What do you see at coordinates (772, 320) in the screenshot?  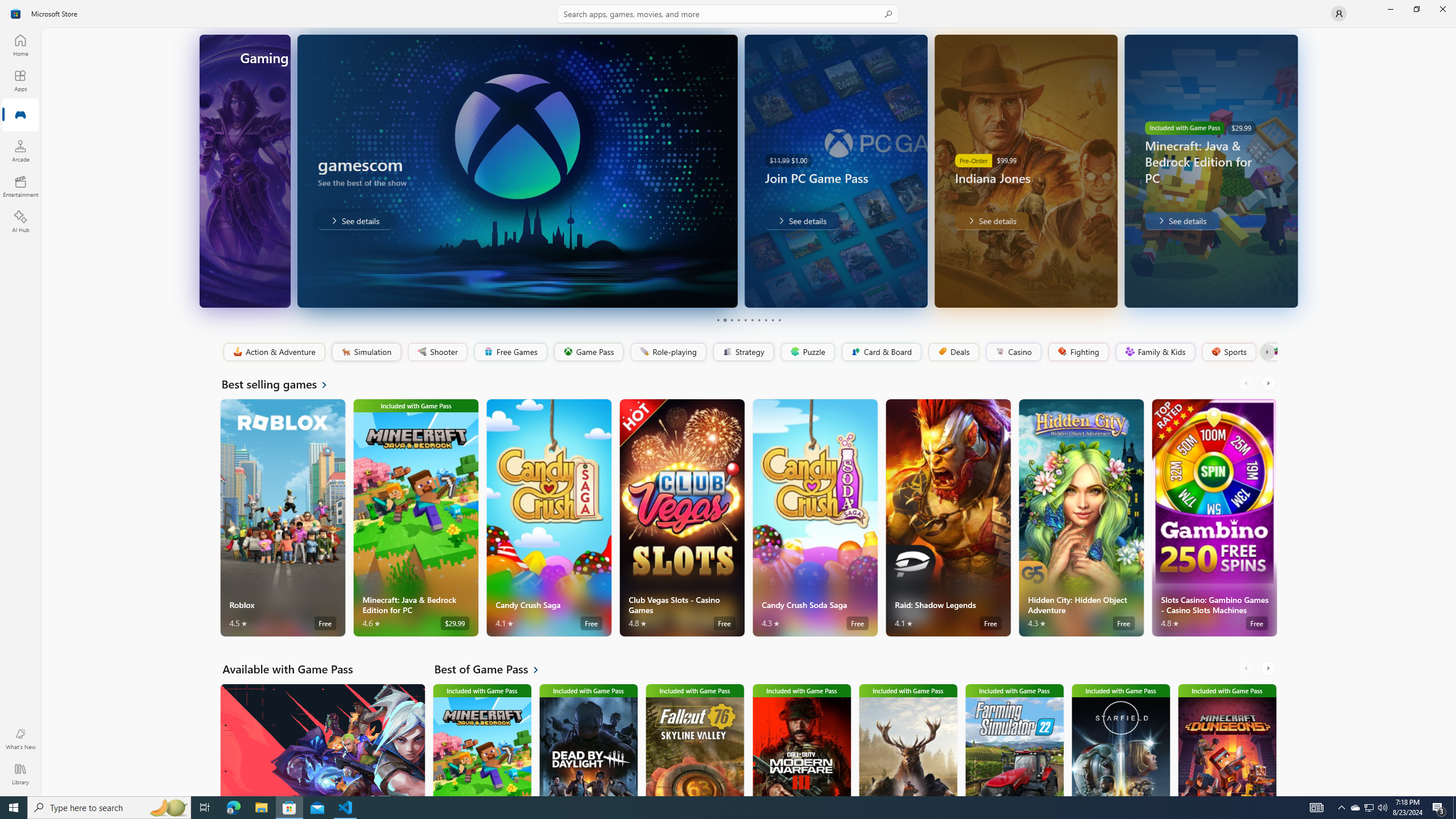 I see `'Page 9'` at bounding box center [772, 320].